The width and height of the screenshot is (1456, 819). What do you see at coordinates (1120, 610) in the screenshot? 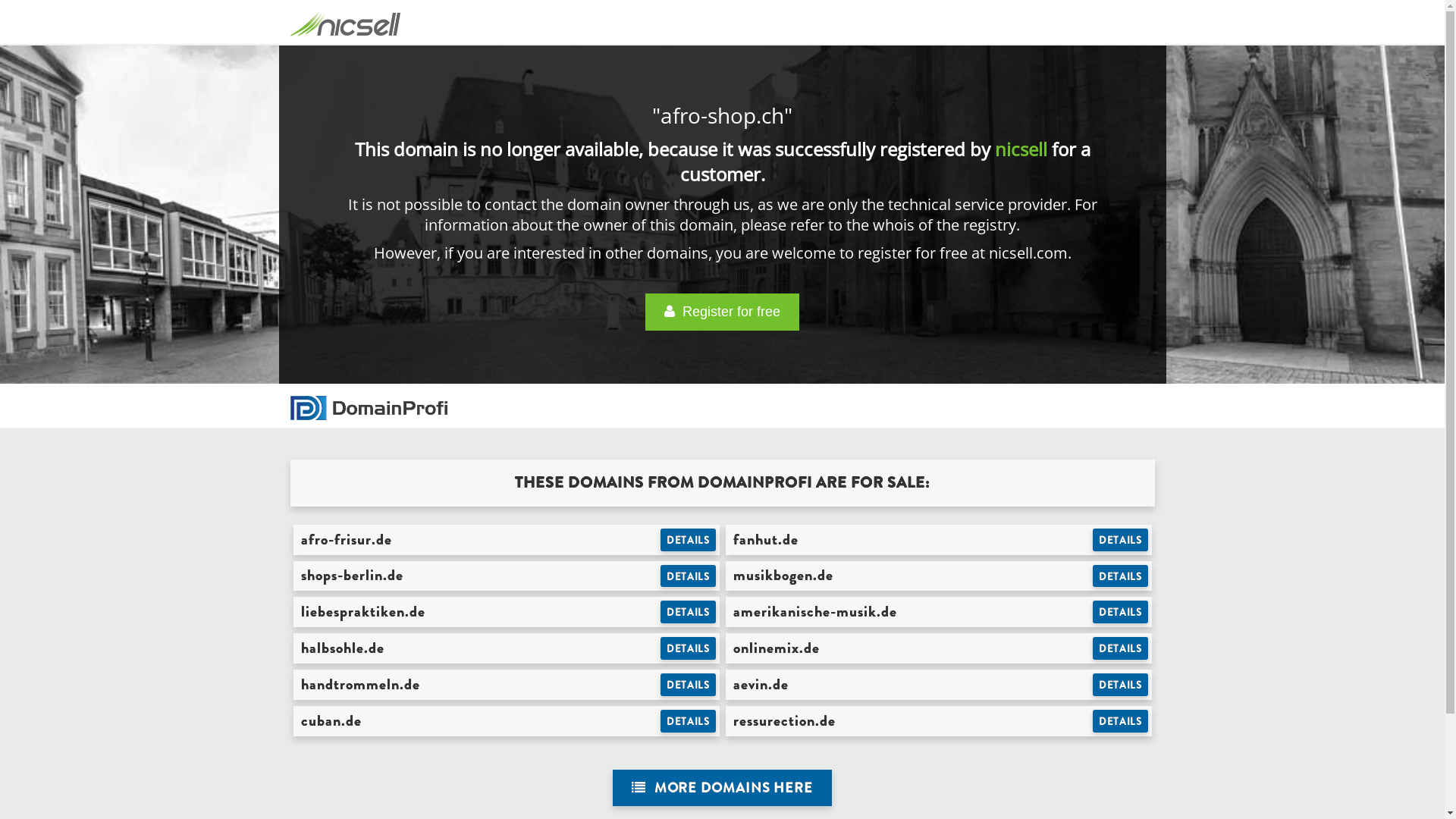
I see `'DETAILS'` at bounding box center [1120, 610].